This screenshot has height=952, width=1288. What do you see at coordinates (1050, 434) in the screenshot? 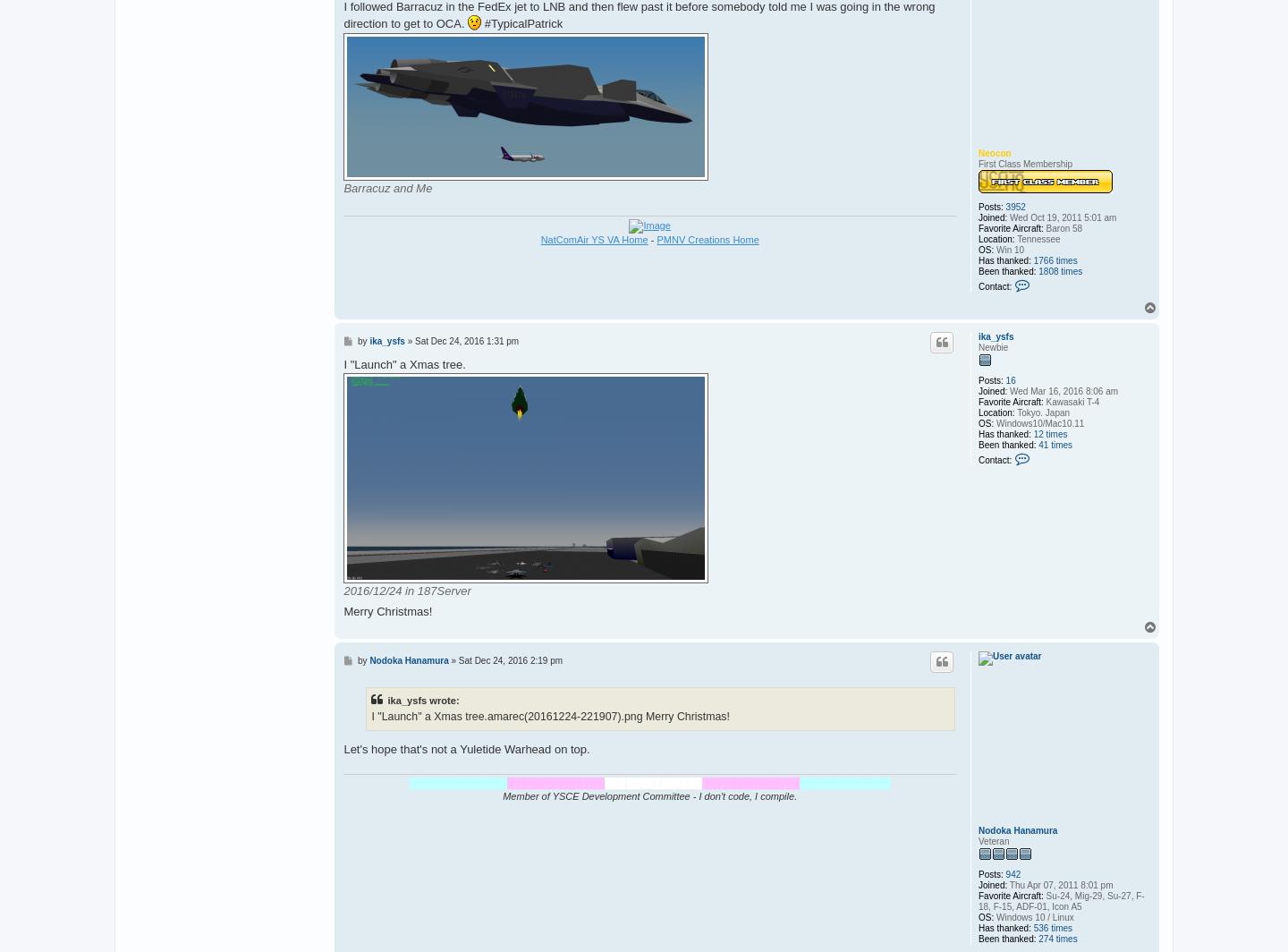
I see `'12 times'` at bounding box center [1050, 434].